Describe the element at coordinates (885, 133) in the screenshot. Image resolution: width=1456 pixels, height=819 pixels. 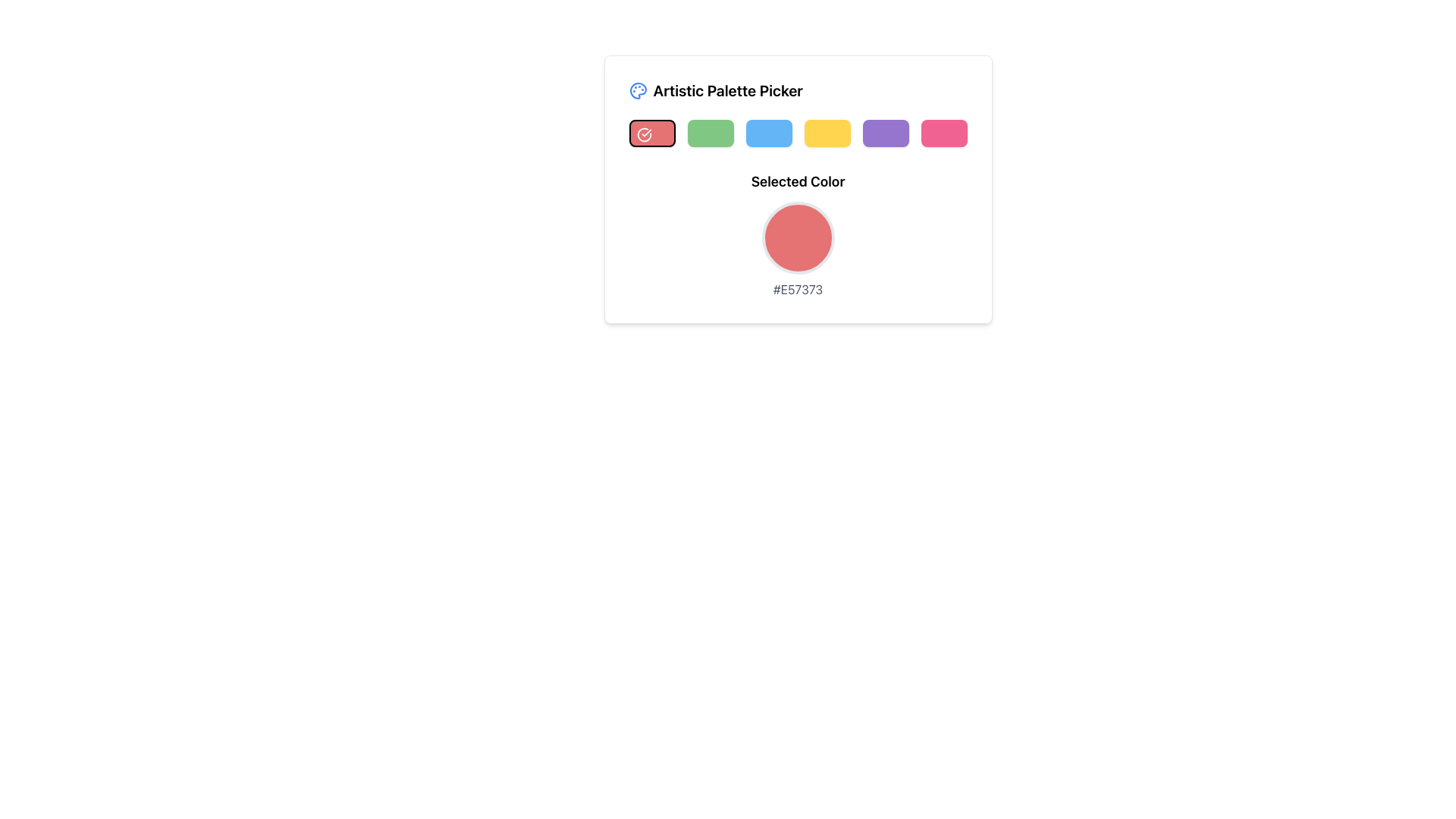
I see `the light purple button with rounded corners, which is the eighth button in a horizontal row of nine buttons within the grid layout` at that location.